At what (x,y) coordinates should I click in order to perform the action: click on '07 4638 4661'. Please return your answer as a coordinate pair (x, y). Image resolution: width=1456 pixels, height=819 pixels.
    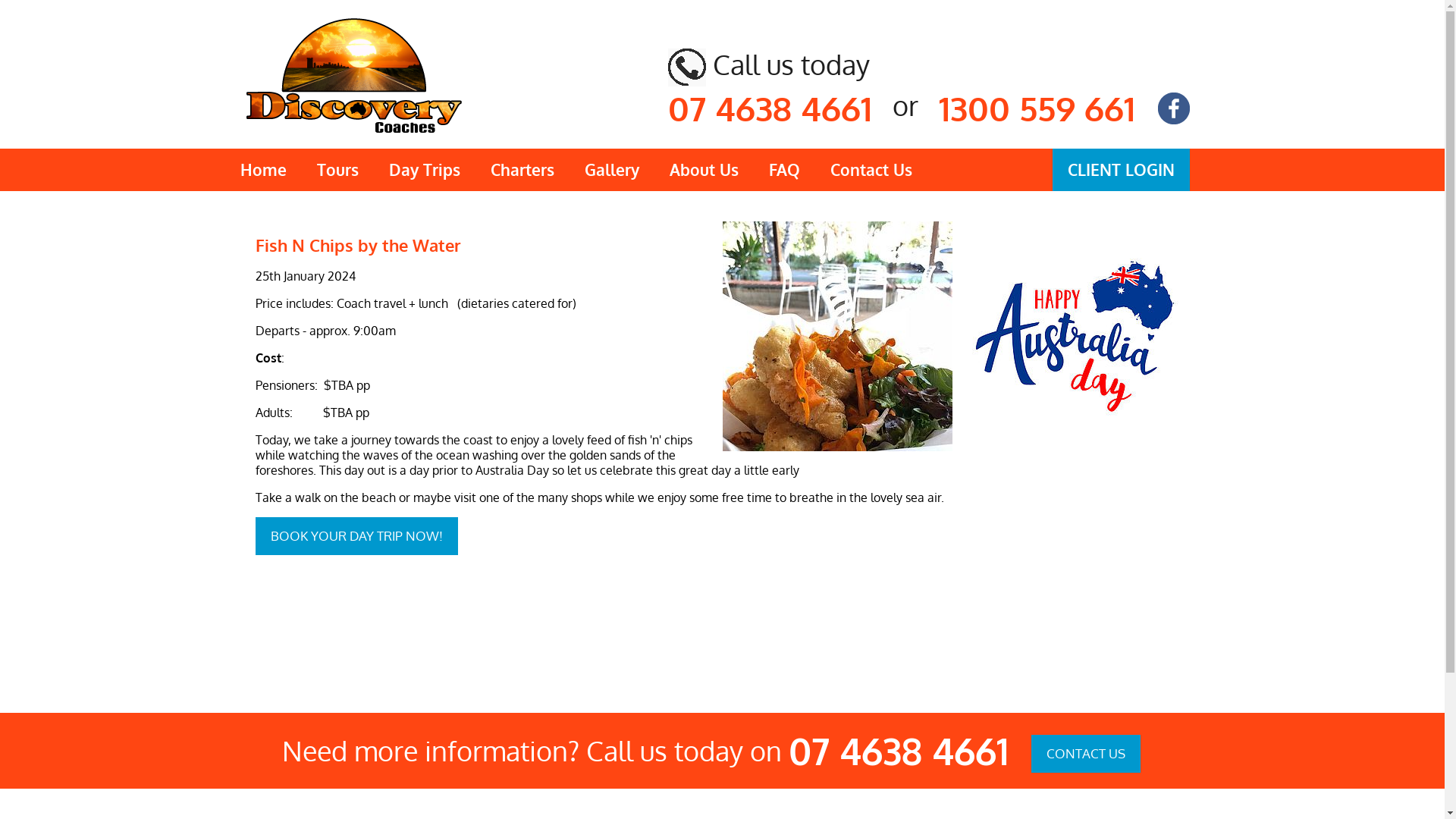
    Looking at the image, I should click on (789, 751).